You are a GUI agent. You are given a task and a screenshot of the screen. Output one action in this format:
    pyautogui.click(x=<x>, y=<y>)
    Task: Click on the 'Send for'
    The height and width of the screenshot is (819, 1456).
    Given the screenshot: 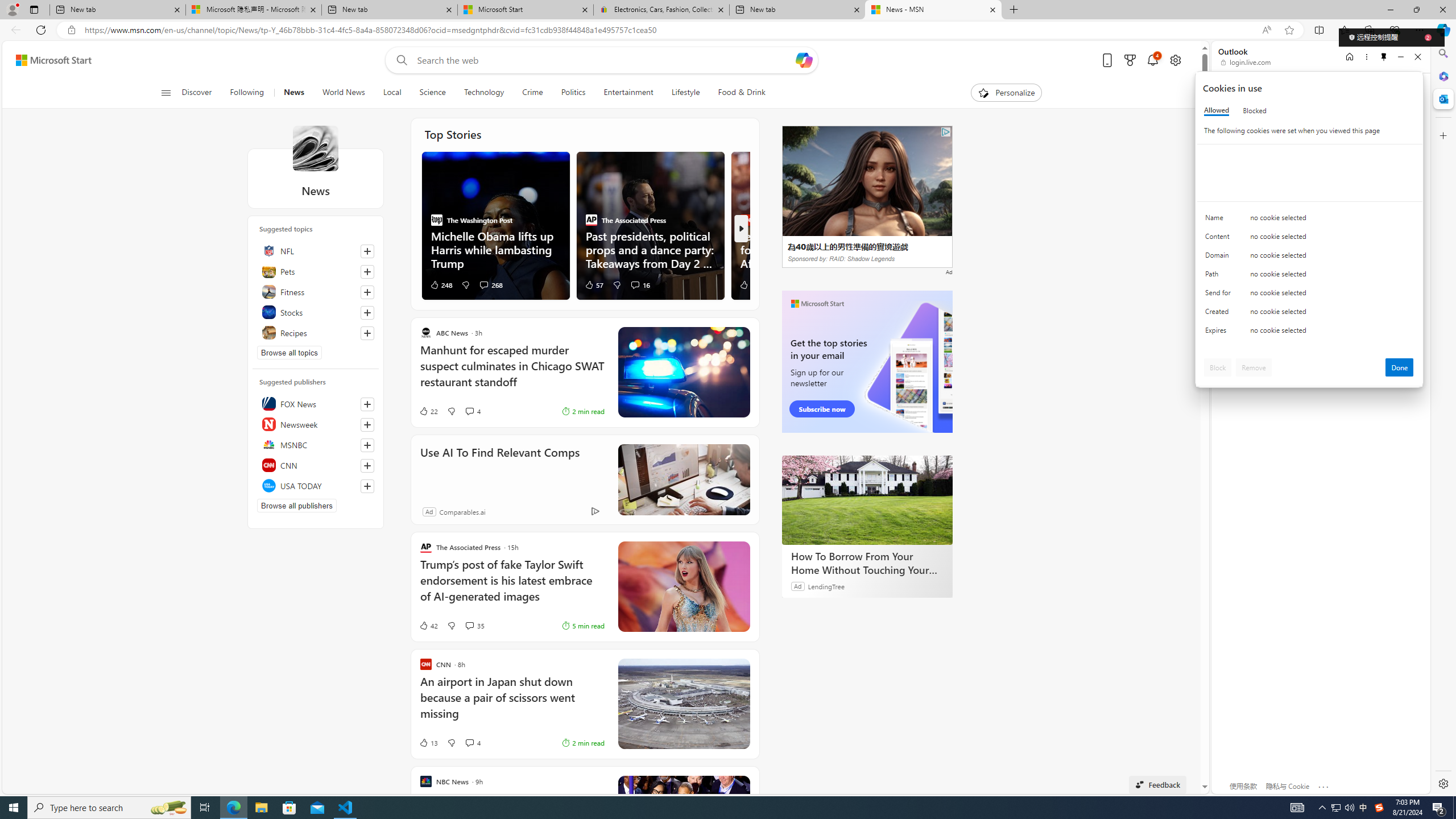 What is the action you would take?
    pyautogui.click(x=1219, y=295)
    